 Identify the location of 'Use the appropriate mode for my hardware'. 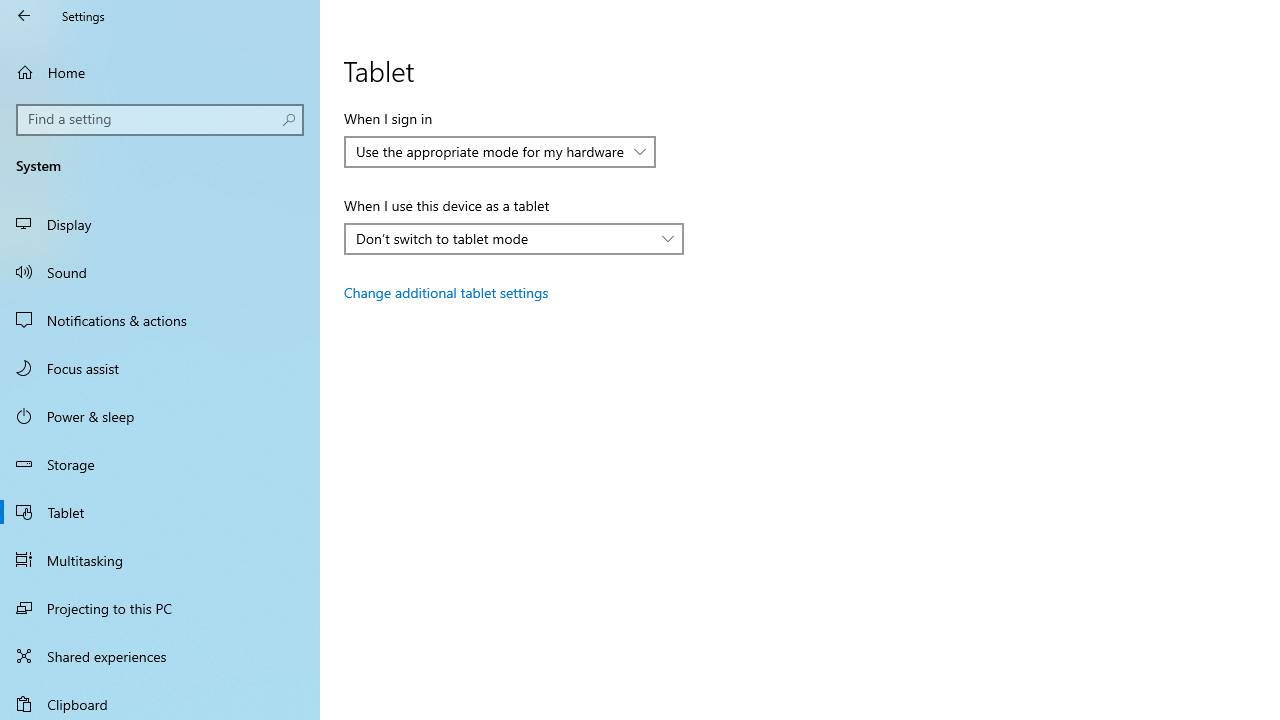
(490, 150).